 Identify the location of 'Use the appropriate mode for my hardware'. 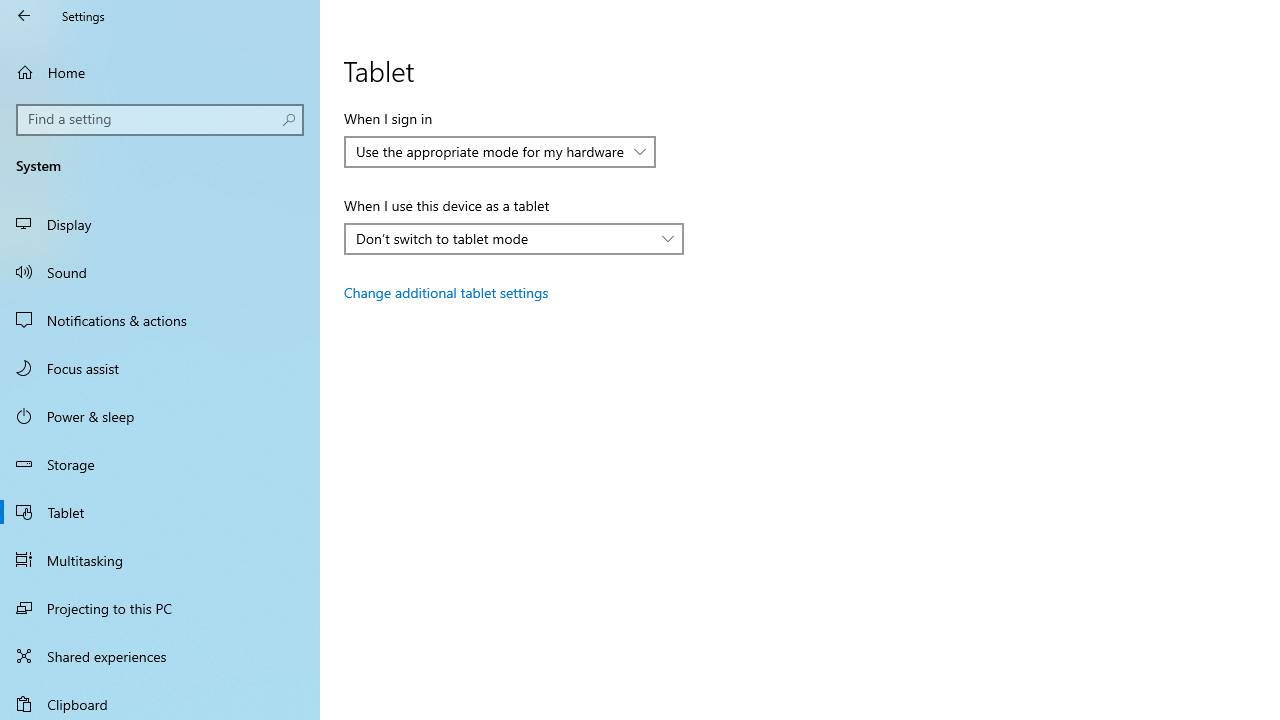
(490, 150).